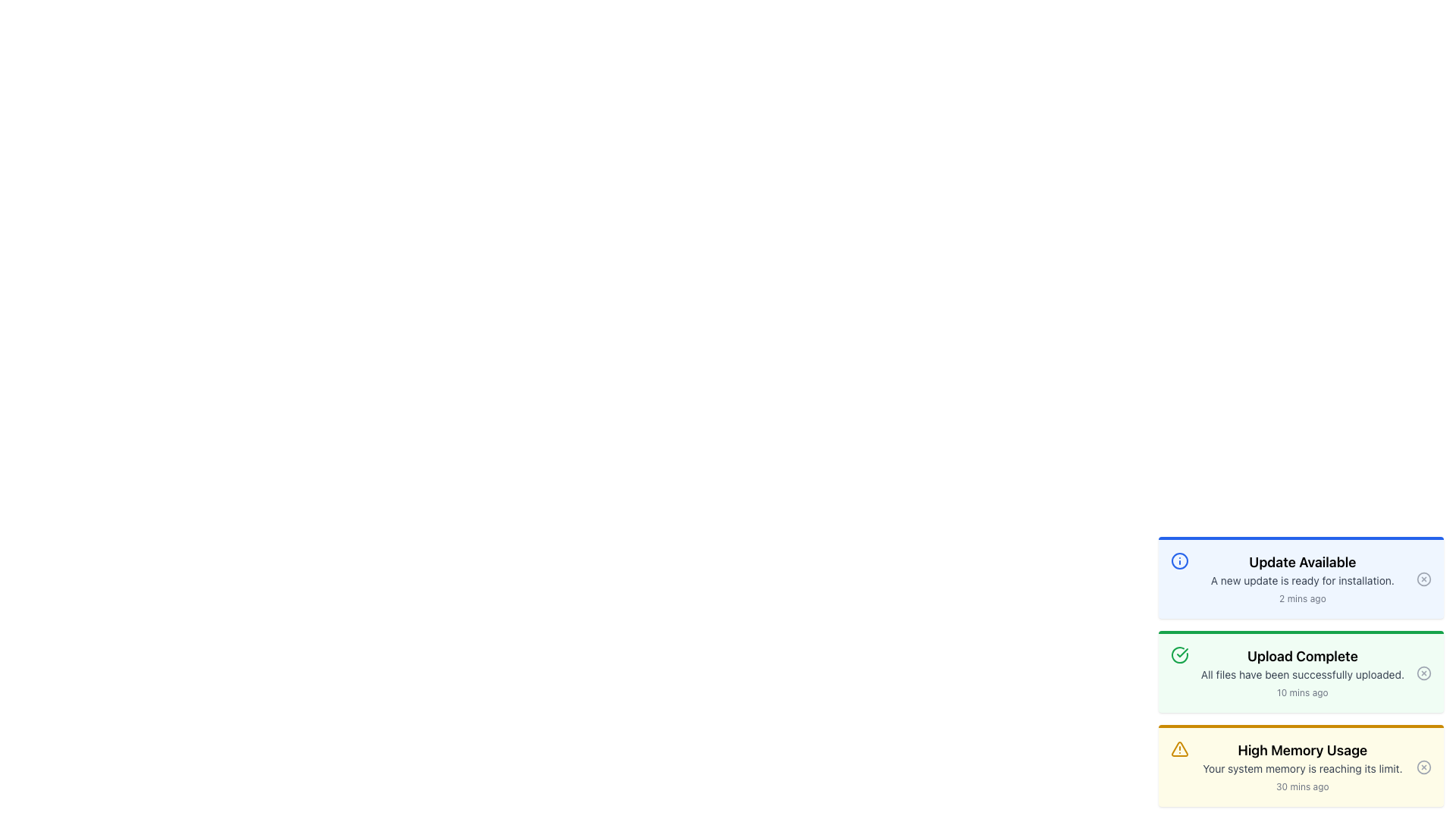  What do you see at coordinates (1301, 672) in the screenshot?
I see `title from the notification area that displays 'Upload Complete' with a green background in the second notification card` at bounding box center [1301, 672].